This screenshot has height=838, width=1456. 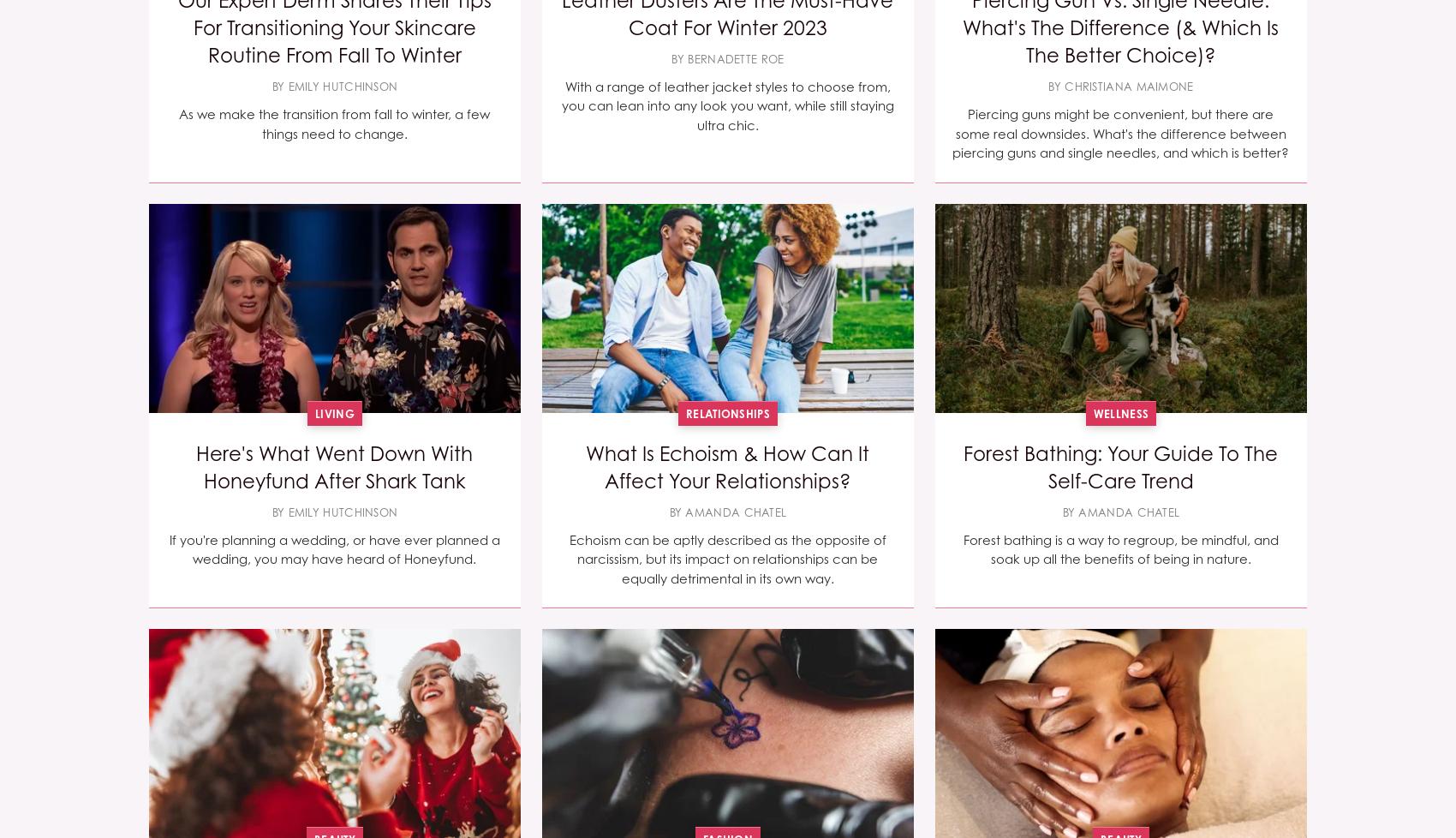 What do you see at coordinates (333, 123) in the screenshot?
I see `'As we make the transition from fall to winter, a few things need to change.'` at bounding box center [333, 123].